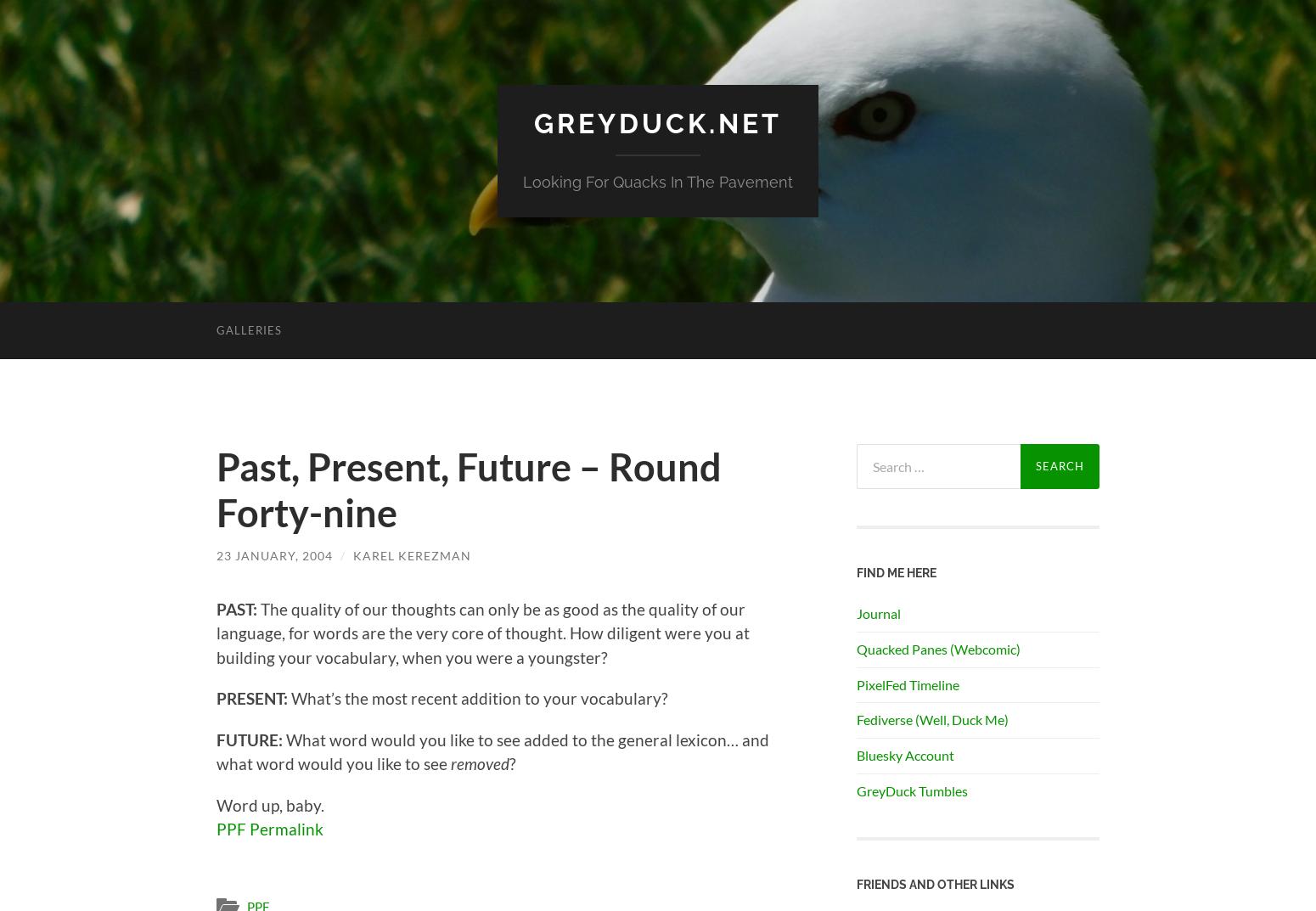 Image resolution: width=1316 pixels, height=911 pixels. I want to click on 'What’s the most recent addition to your vocabulary?', so click(286, 698).